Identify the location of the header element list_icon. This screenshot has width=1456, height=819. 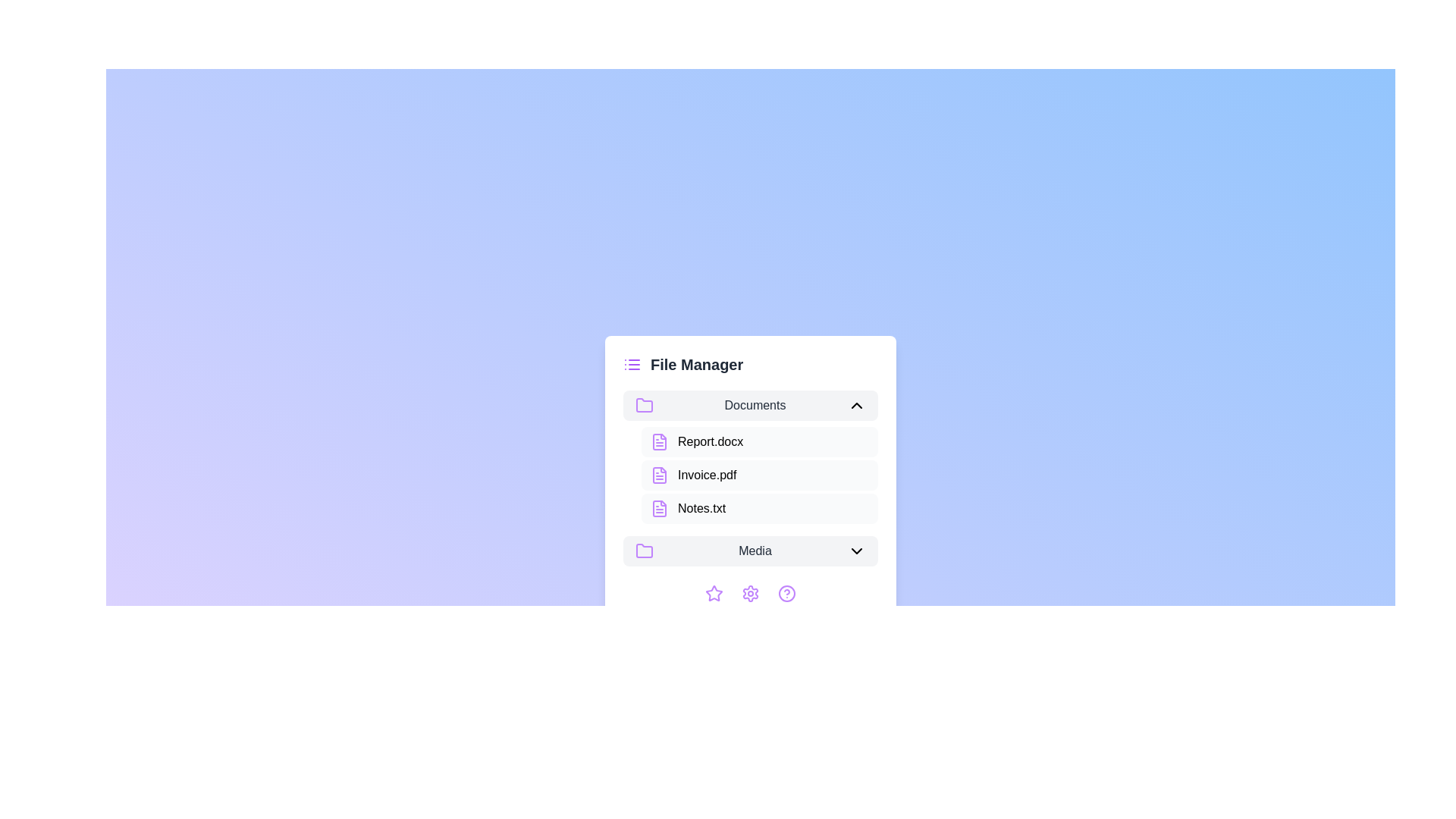
(632, 365).